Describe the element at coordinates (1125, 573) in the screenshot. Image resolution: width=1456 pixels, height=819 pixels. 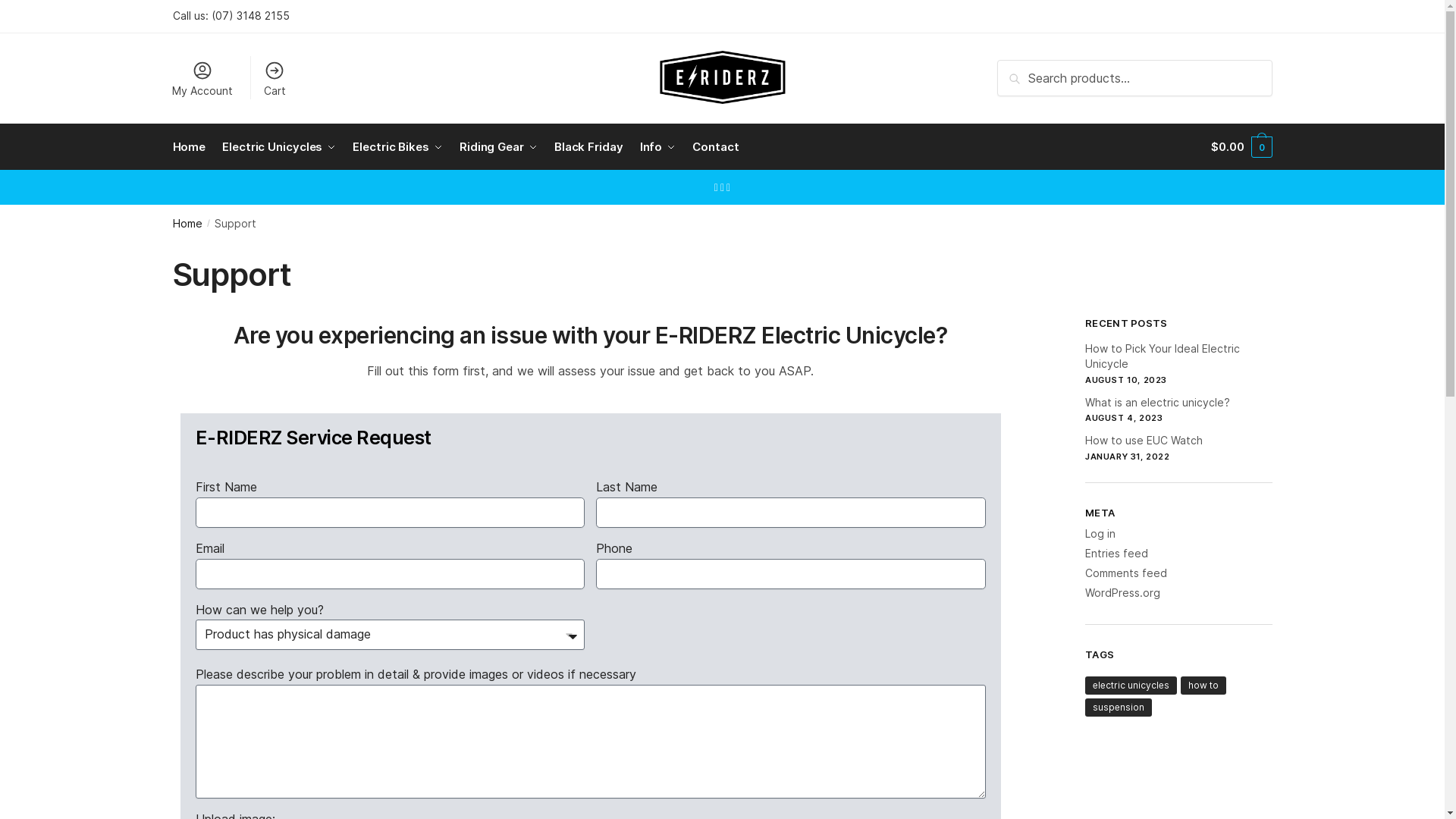
I see `'Comments feed'` at that location.